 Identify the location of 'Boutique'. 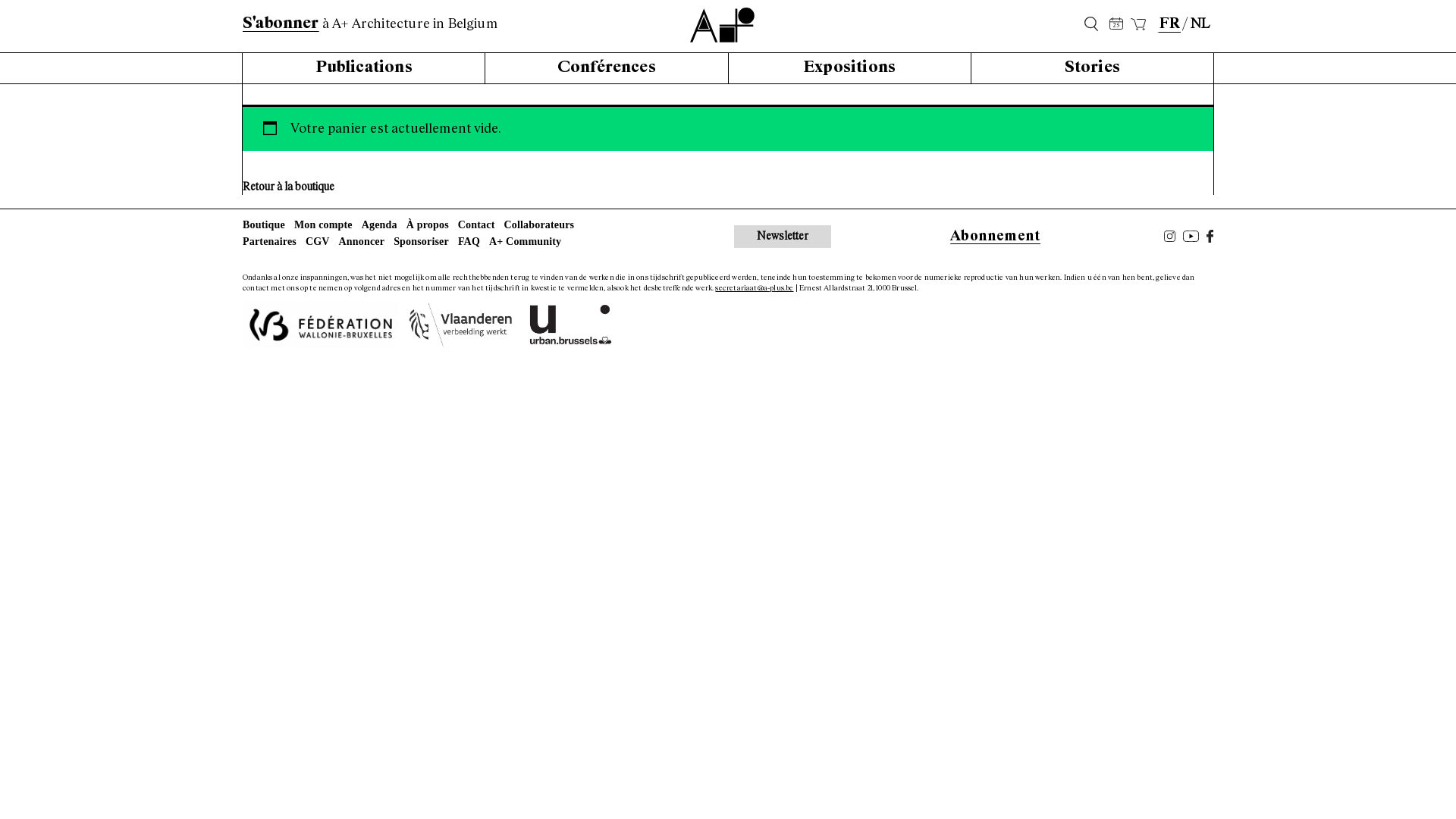
(263, 224).